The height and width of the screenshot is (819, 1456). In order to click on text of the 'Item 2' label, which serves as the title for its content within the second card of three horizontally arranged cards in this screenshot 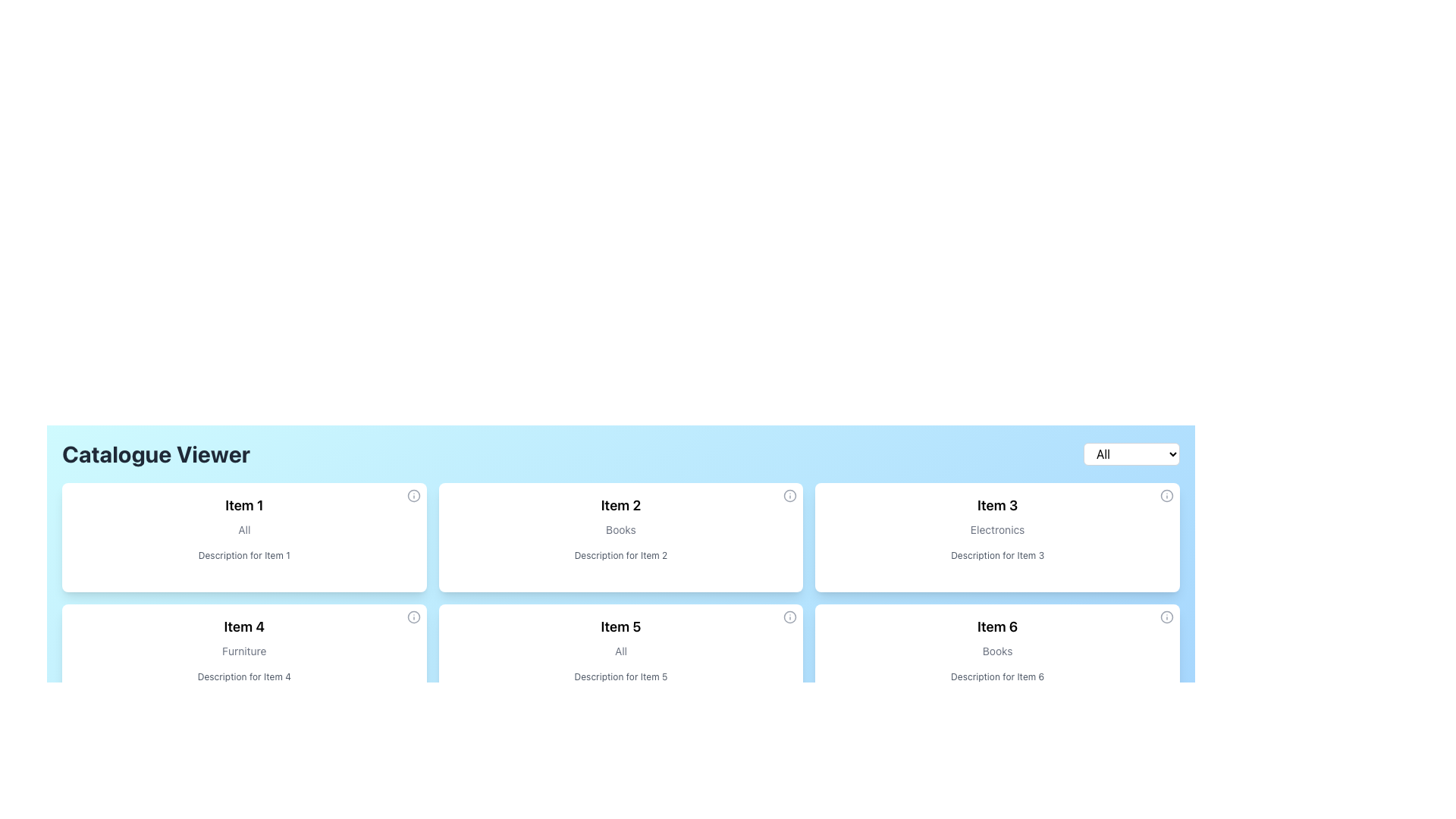, I will do `click(621, 506)`.